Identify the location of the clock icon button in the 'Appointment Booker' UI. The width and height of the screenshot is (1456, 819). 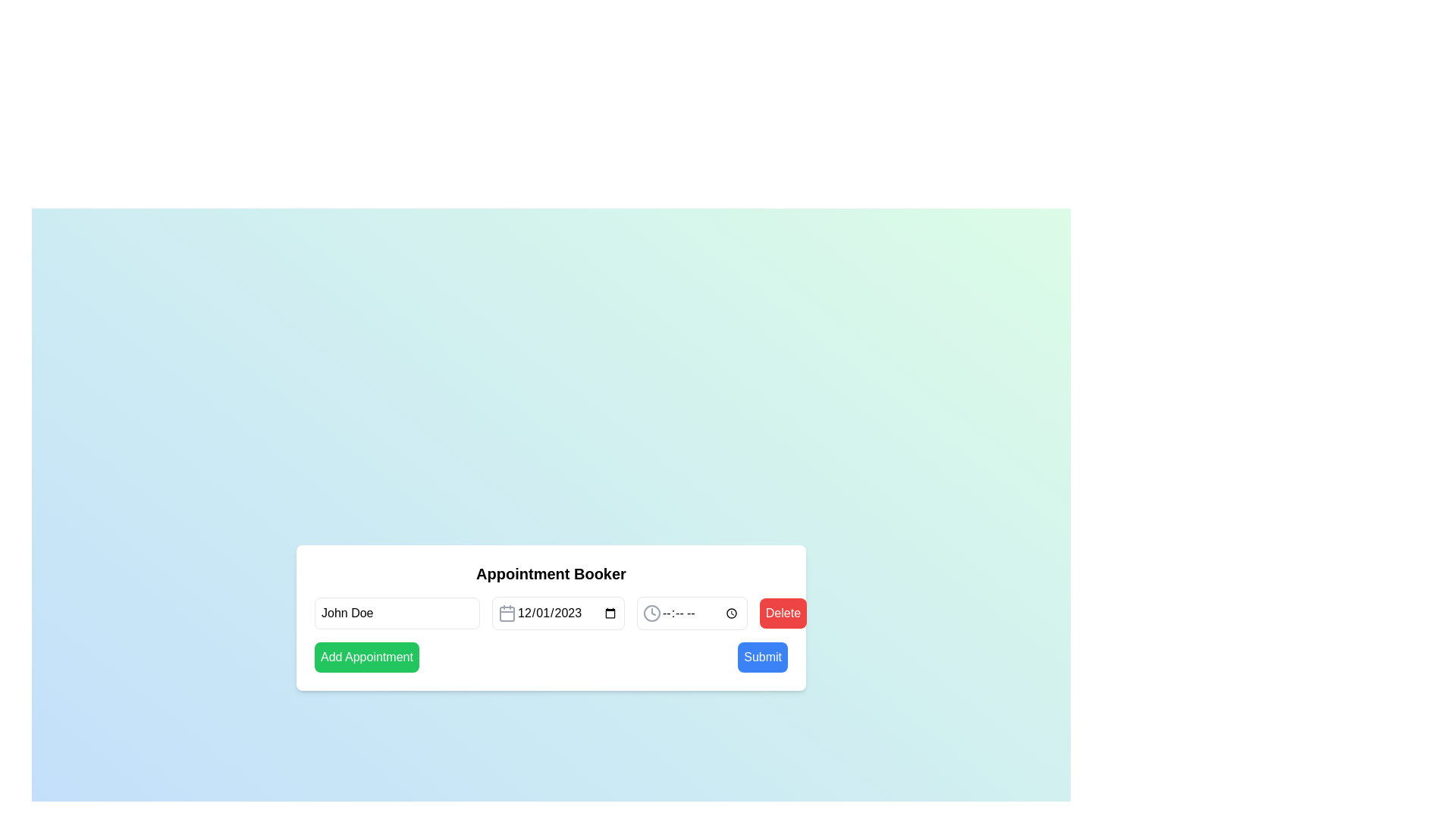
(651, 613).